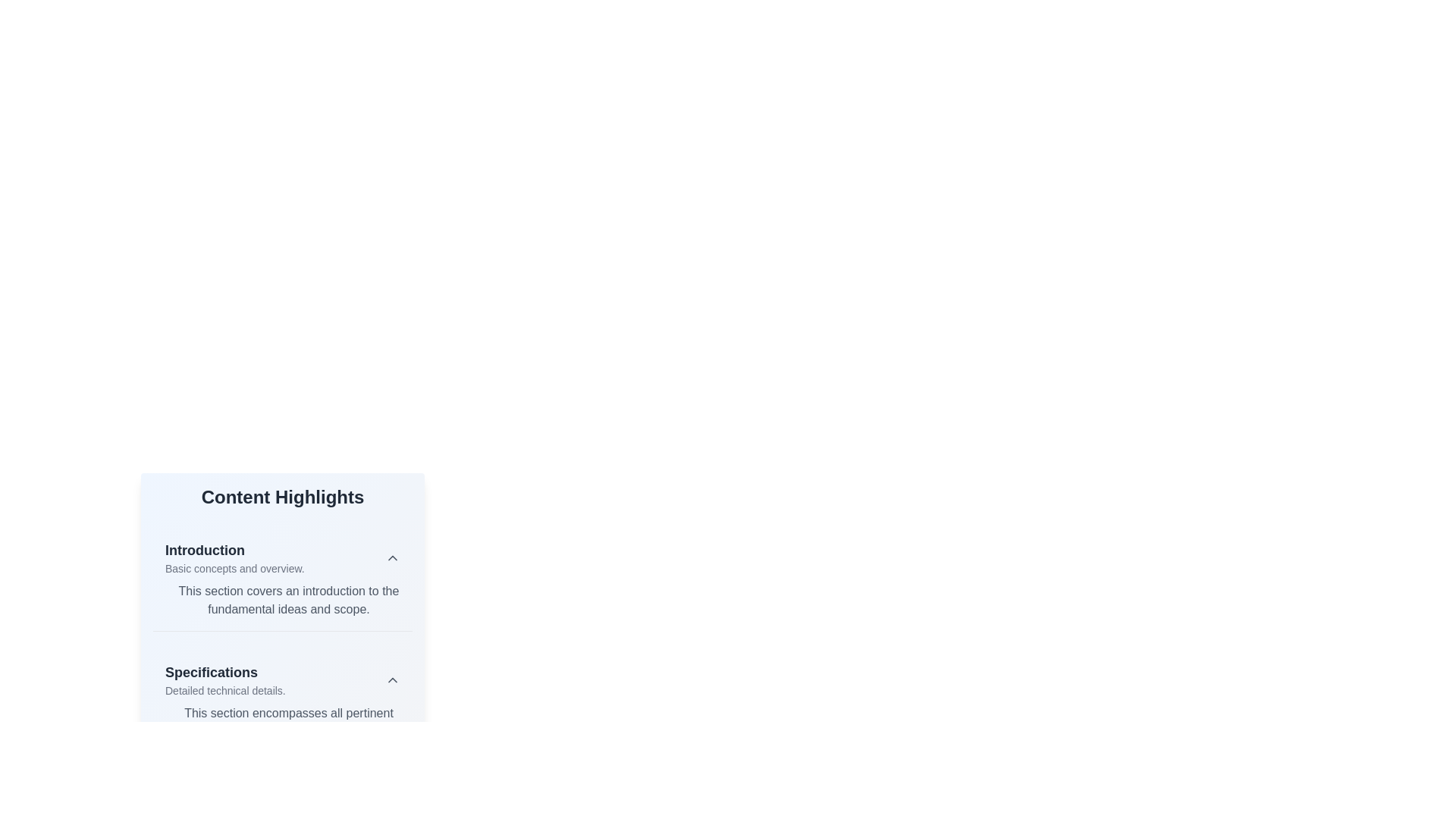  I want to click on the descriptive text block that reads: "This section covers an introduction to the fundamental ideas and scope," located in the "Content Highlights" area, specifically under the "Introduction" section, so click(283, 599).